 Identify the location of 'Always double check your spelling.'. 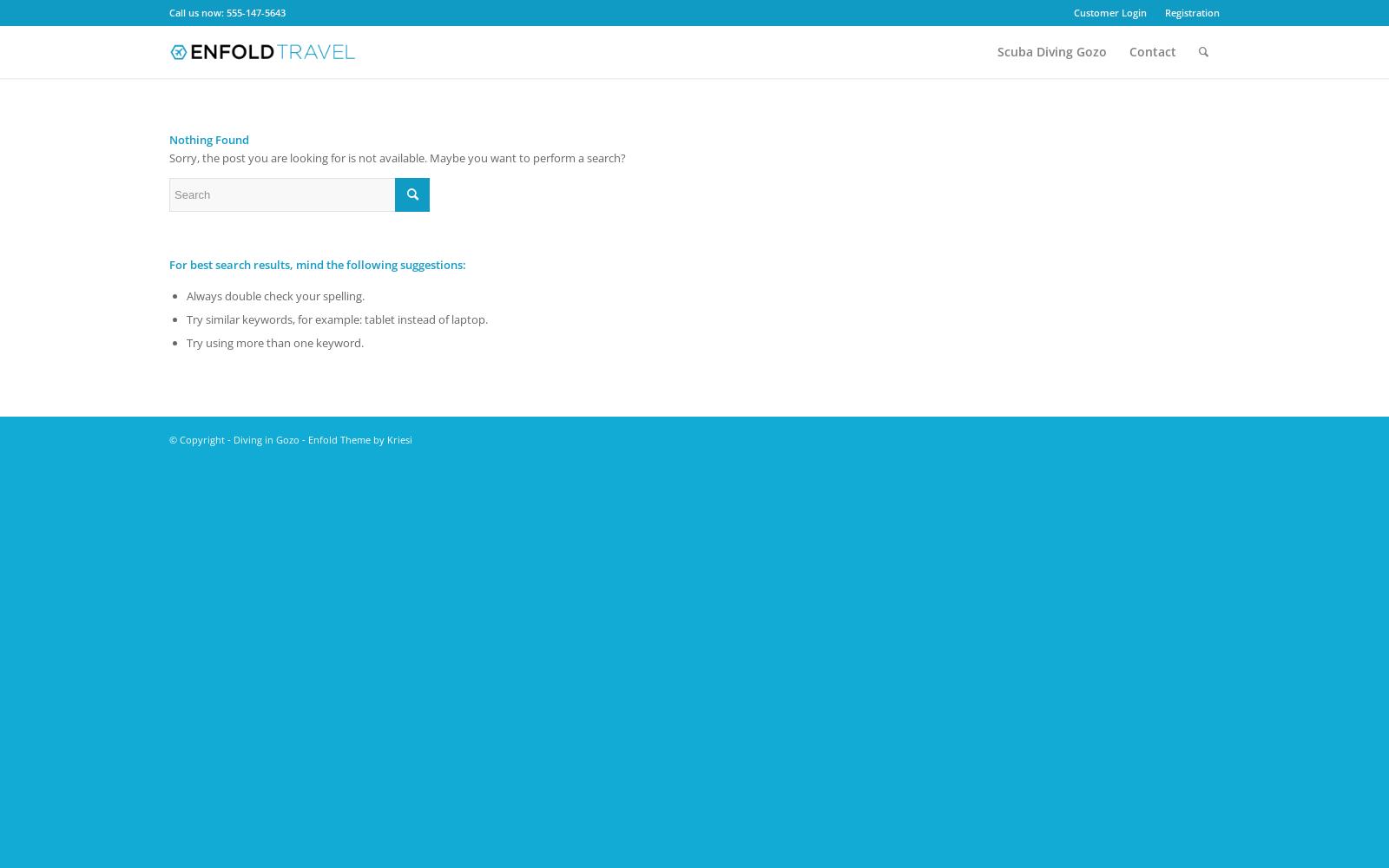
(275, 294).